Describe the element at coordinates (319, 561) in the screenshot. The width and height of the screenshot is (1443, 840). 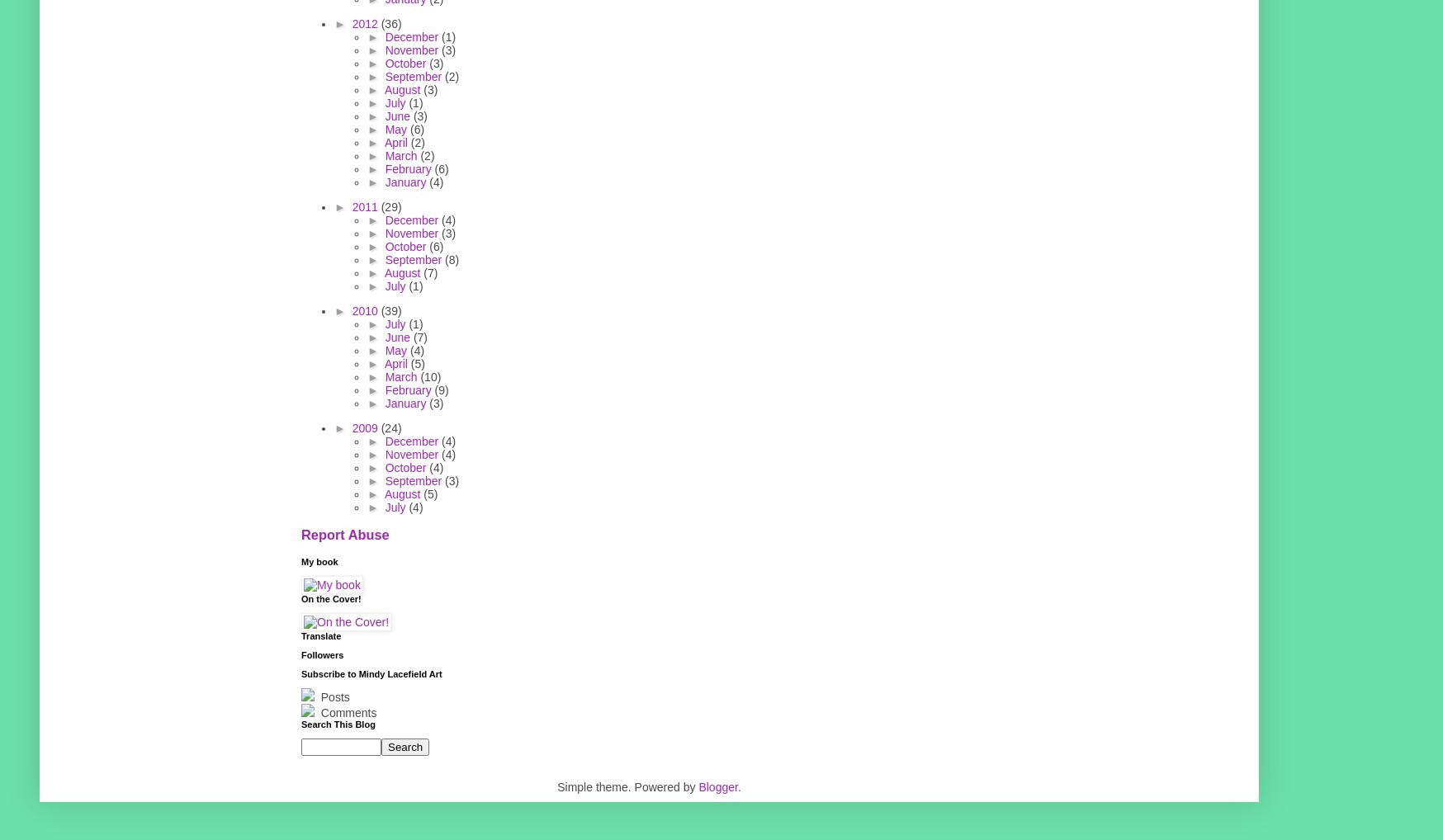
I see `'My book'` at that location.